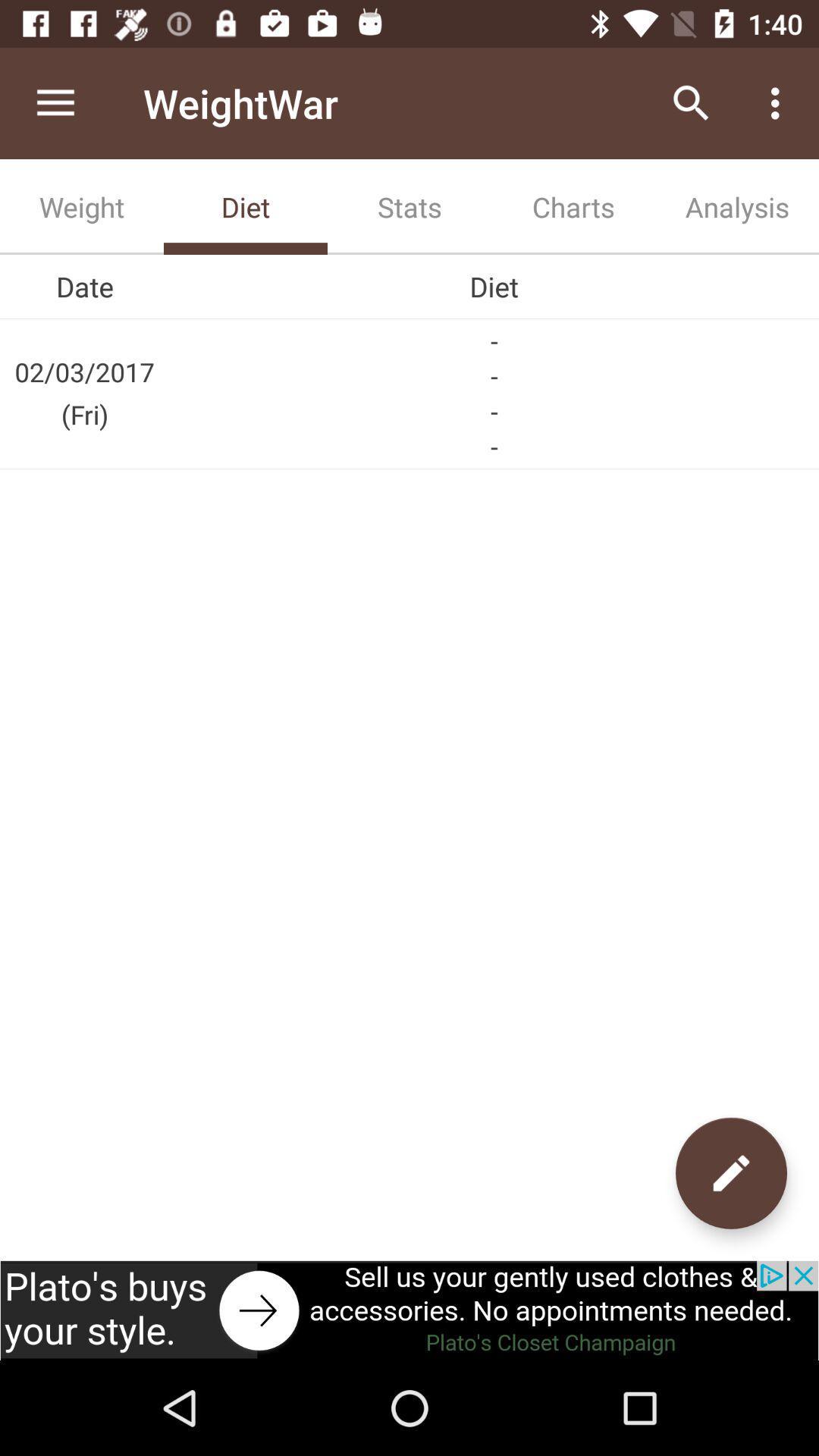 This screenshot has height=1456, width=819. I want to click on the tab next to diet, so click(409, 206).